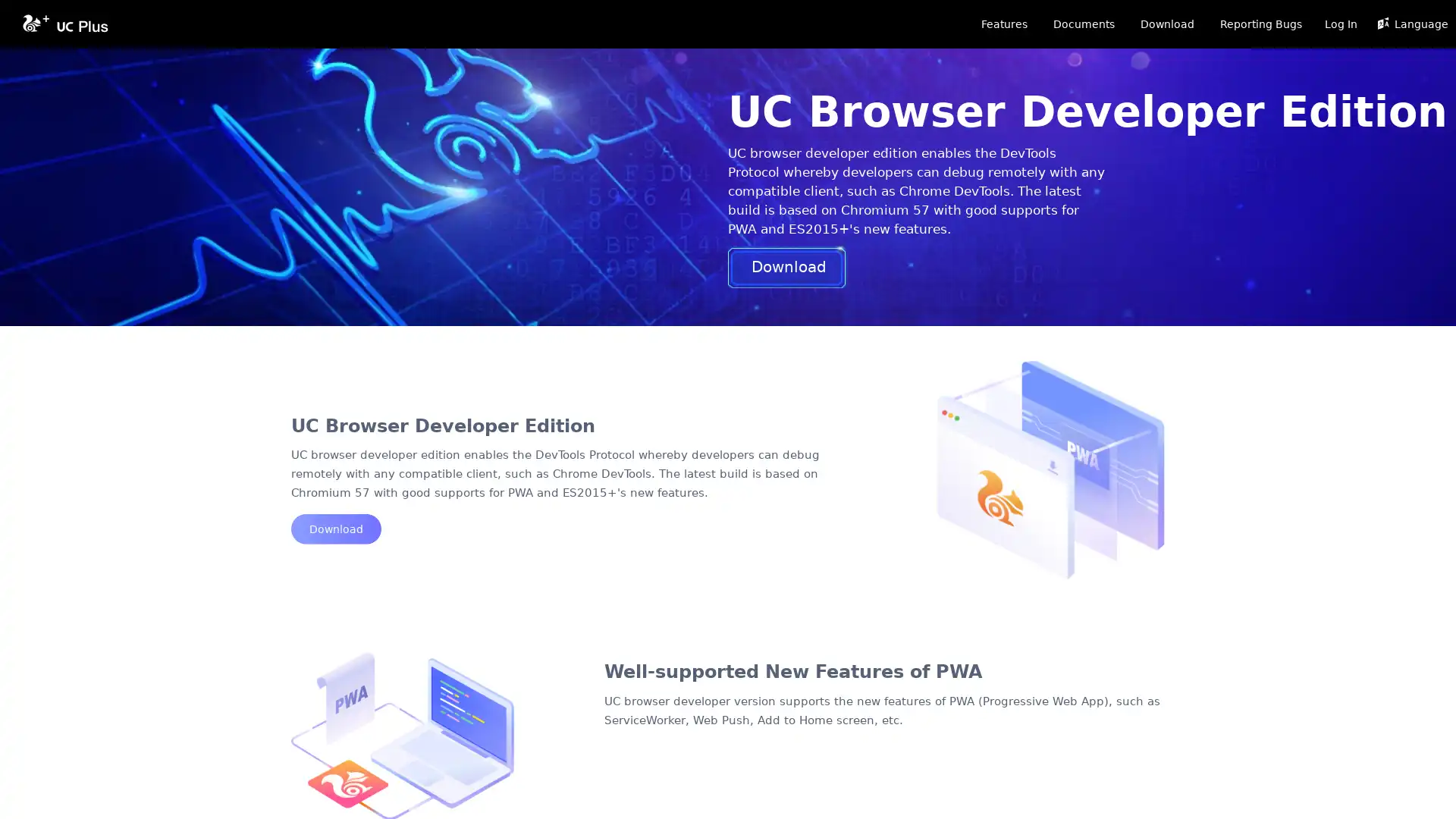 This screenshot has height=819, width=1456. I want to click on Features, so click(1004, 24).